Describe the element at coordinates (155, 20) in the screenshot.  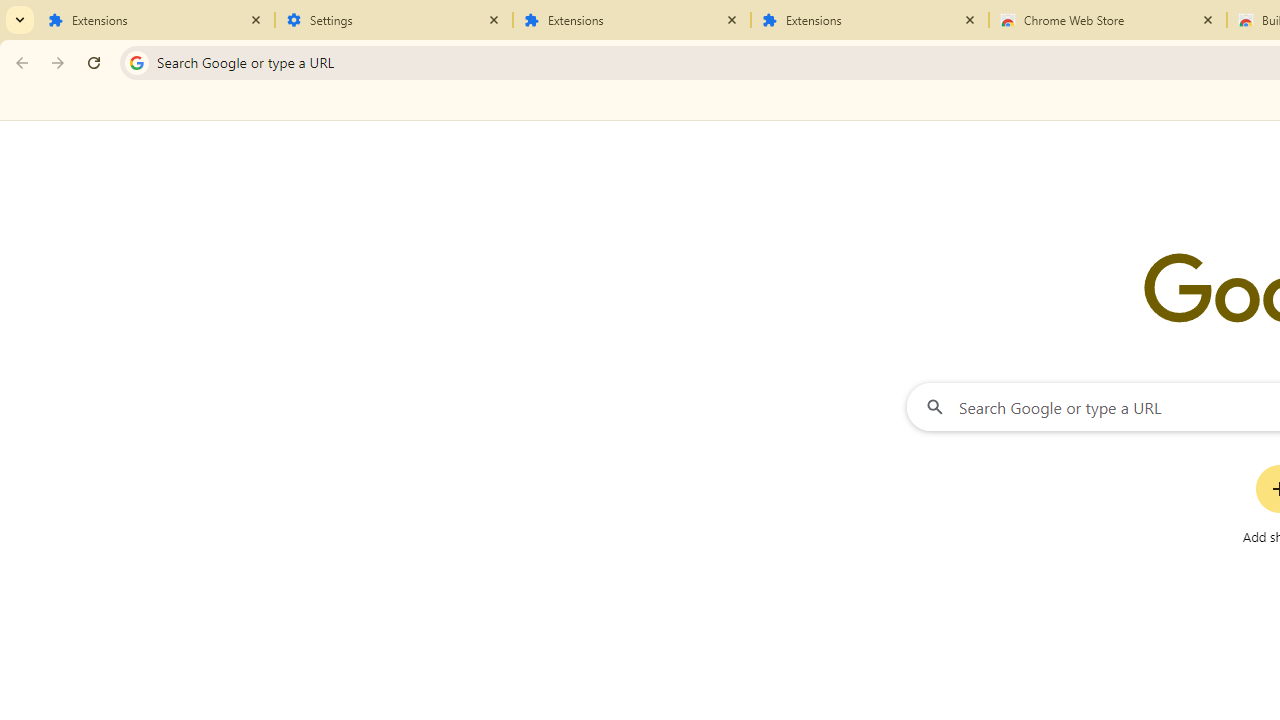
I see `'Extensions'` at that location.